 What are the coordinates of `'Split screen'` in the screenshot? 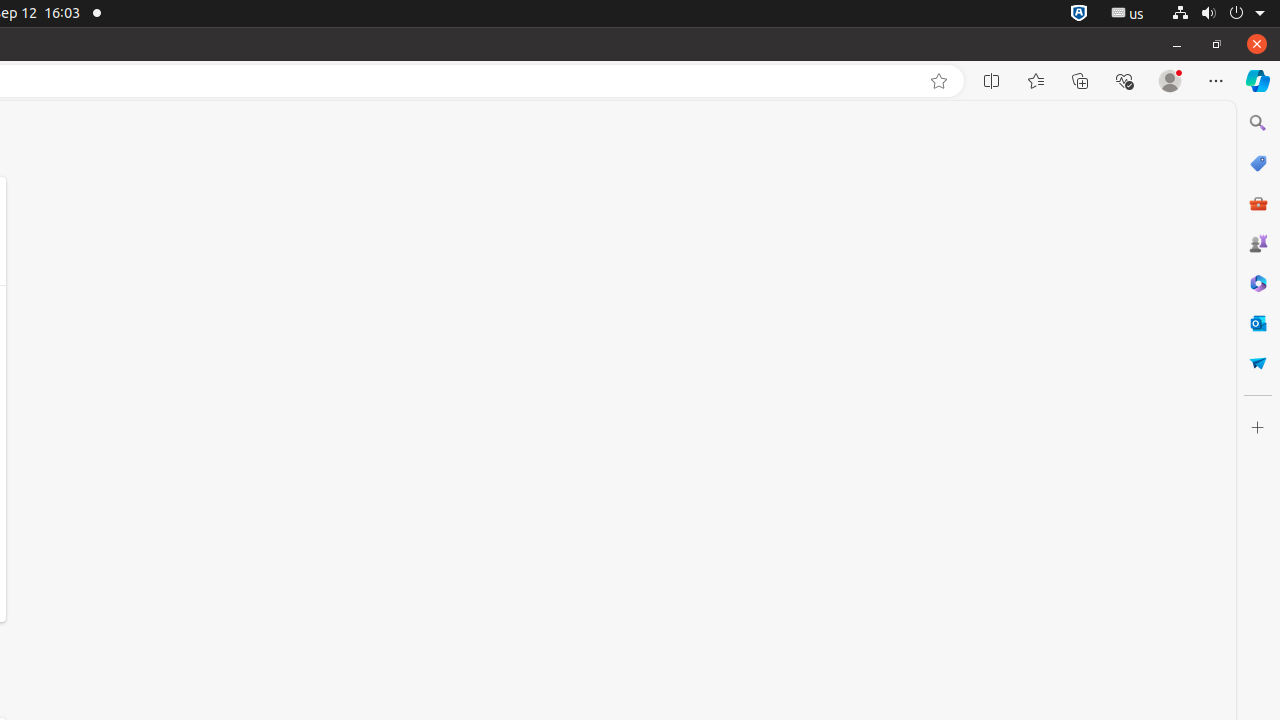 It's located at (992, 80).